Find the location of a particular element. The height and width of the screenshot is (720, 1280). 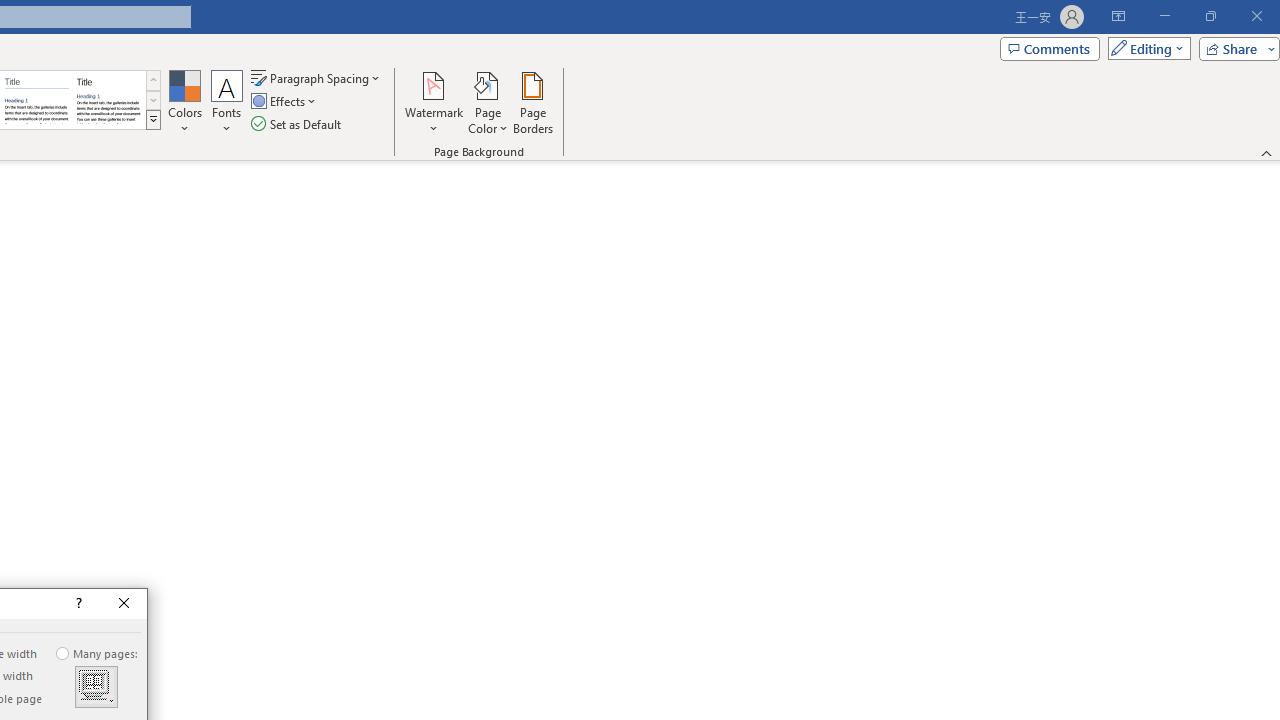

'Colors' is located at coordinates (184, 103).